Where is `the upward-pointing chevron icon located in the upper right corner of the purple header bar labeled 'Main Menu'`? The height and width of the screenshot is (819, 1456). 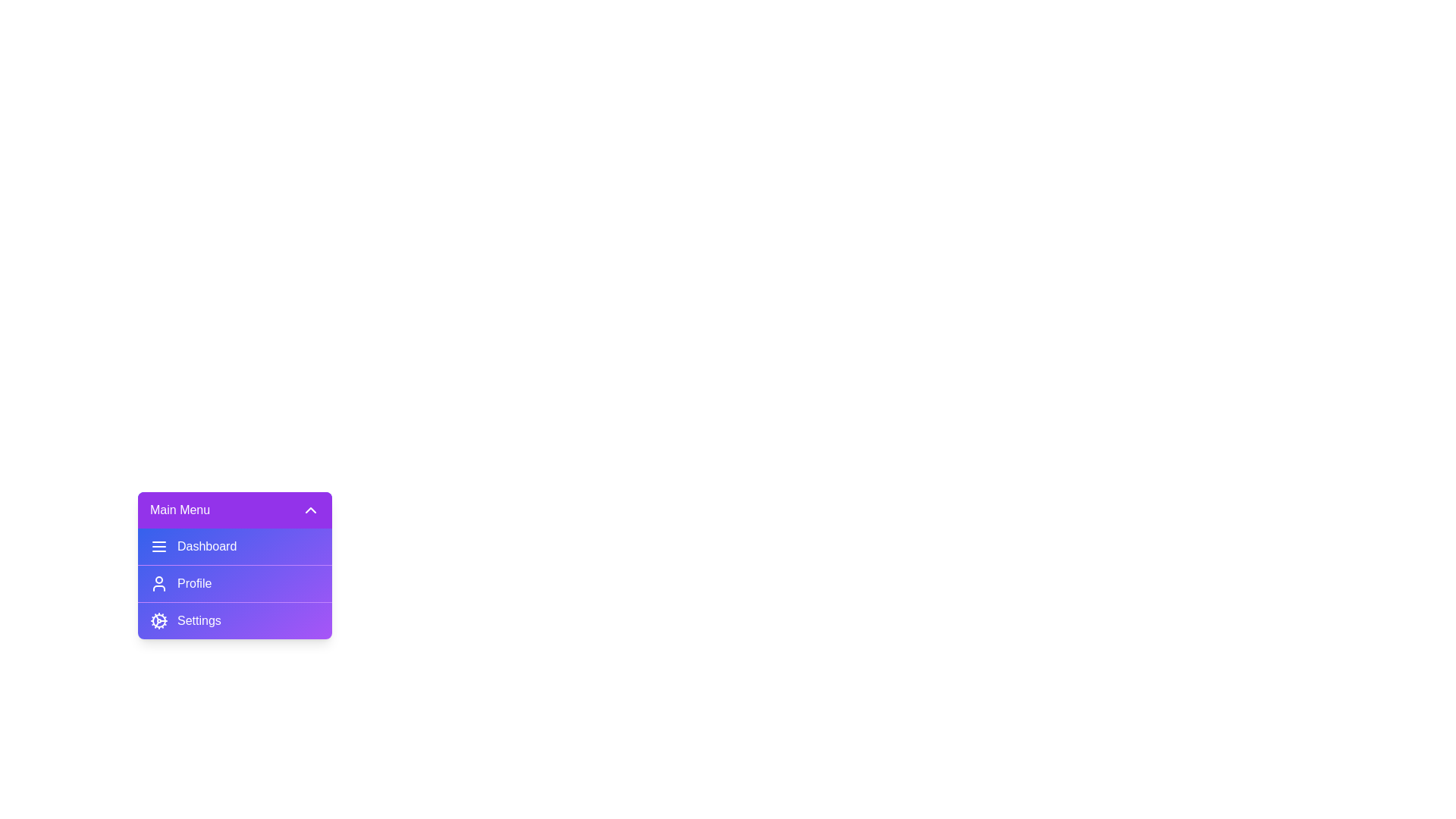 the upward-pointing chevron icon located in the upper right corner of the purple header bar labeled 'Main Menu' is located at coordinates (309, 510).